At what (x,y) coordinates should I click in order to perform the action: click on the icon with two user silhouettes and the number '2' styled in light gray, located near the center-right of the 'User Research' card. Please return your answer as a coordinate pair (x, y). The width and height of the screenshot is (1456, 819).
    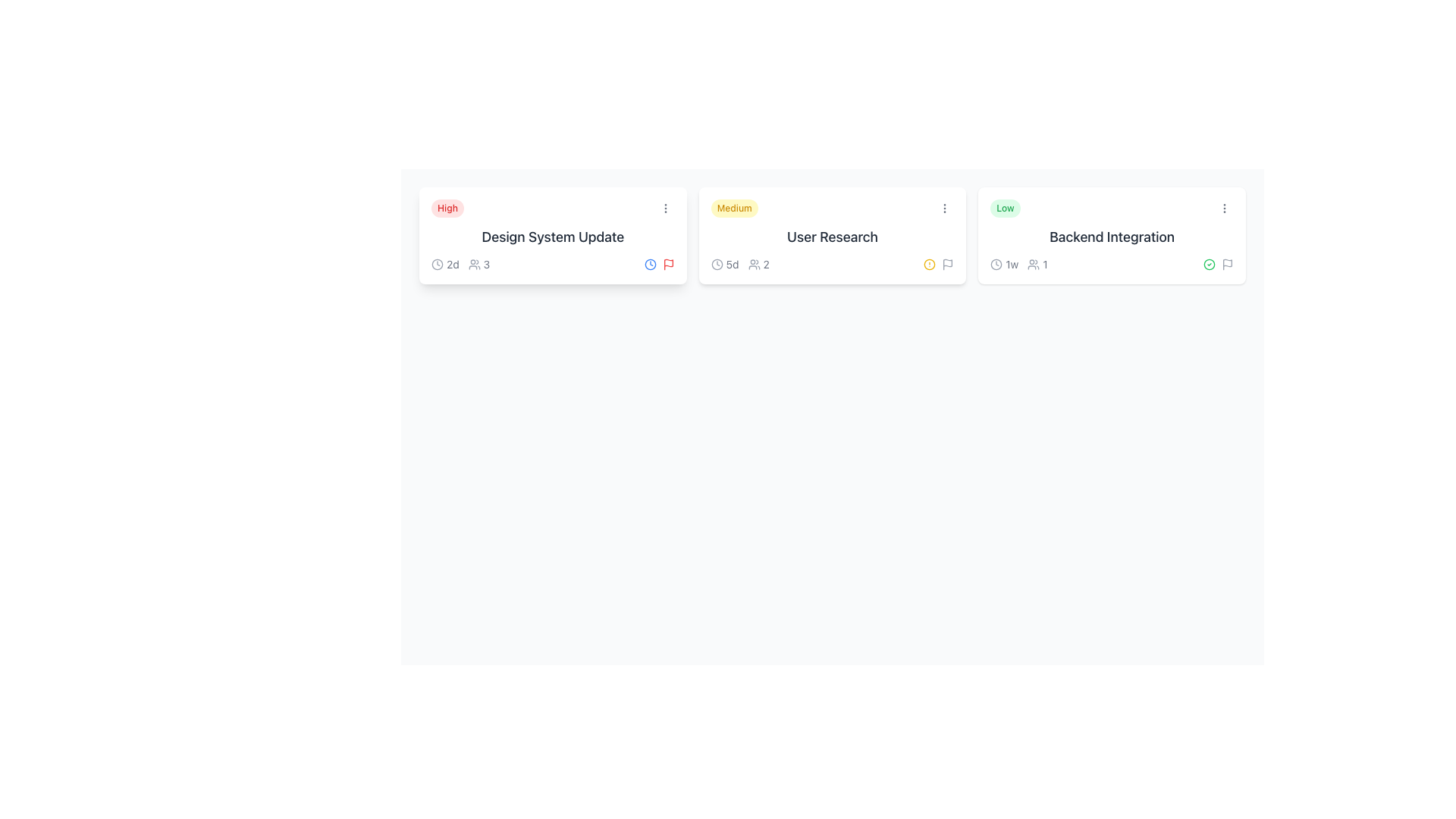
    Looking at the image, I should click on (758, 263).